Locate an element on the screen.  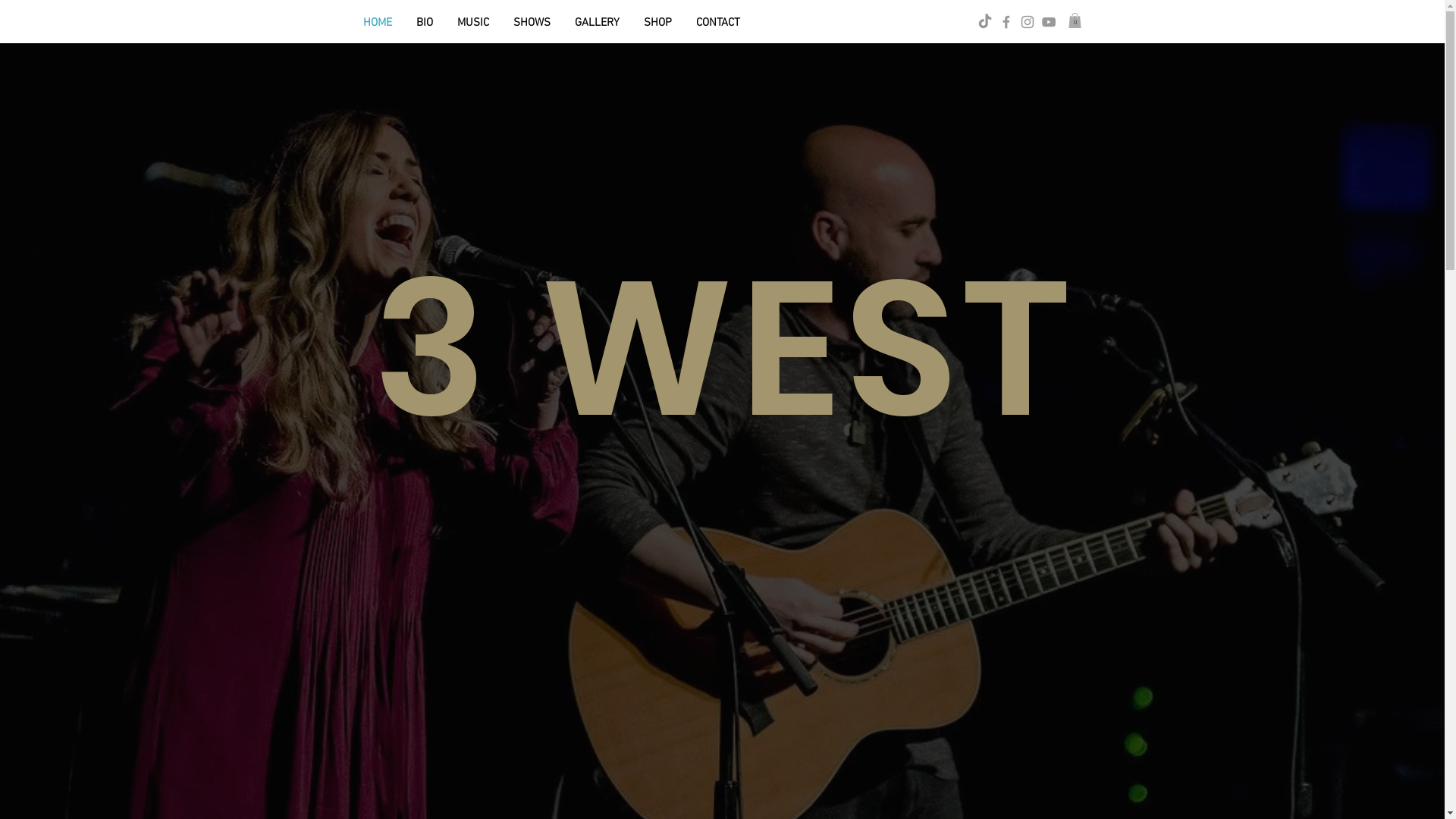
'SHOWS' is located at coordinates (531, 23).